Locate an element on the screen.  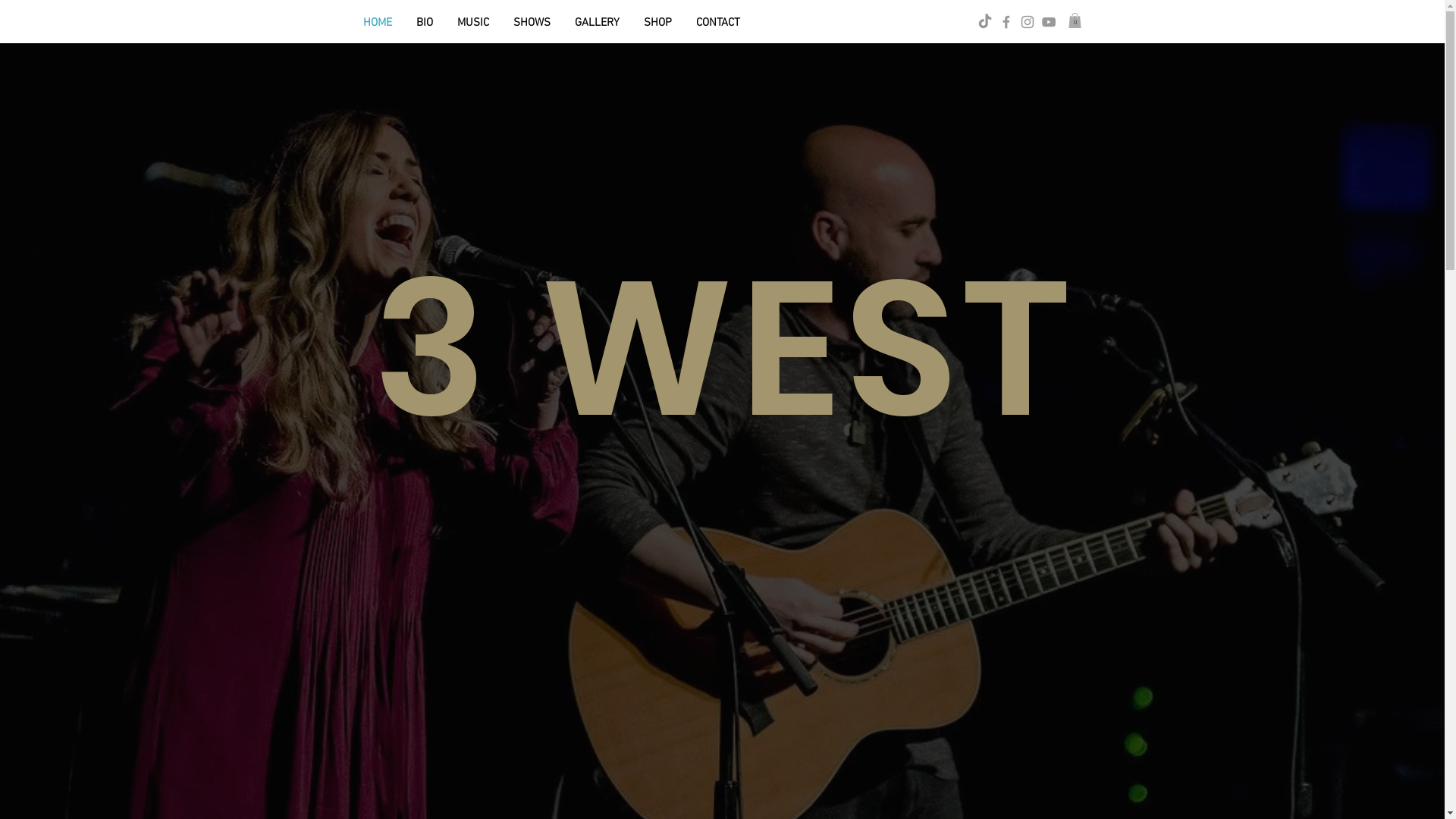
'SHOWS' is located at coordinates (531, 23).